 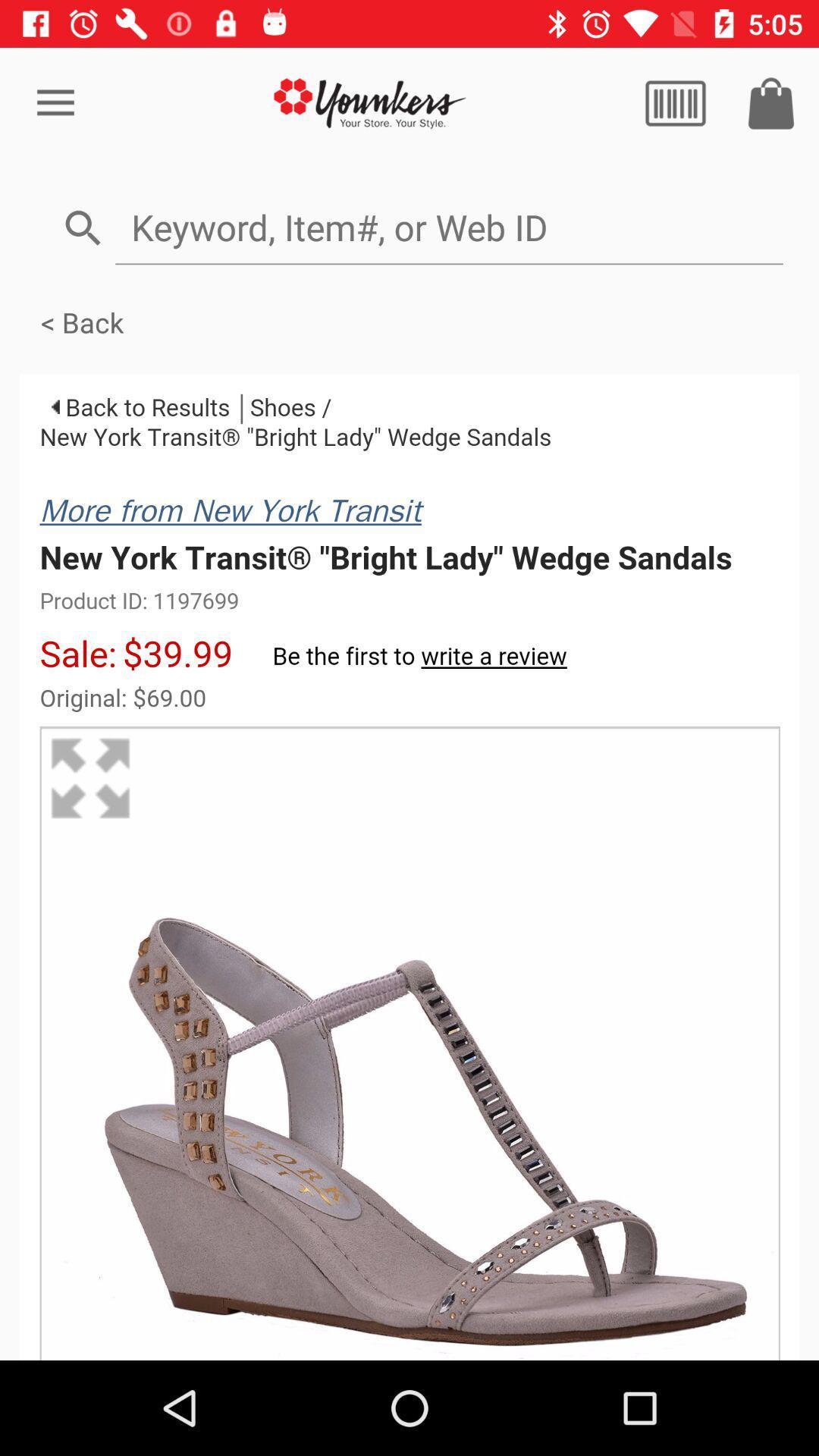 I want to click on buy, so click(x=771, y=102).